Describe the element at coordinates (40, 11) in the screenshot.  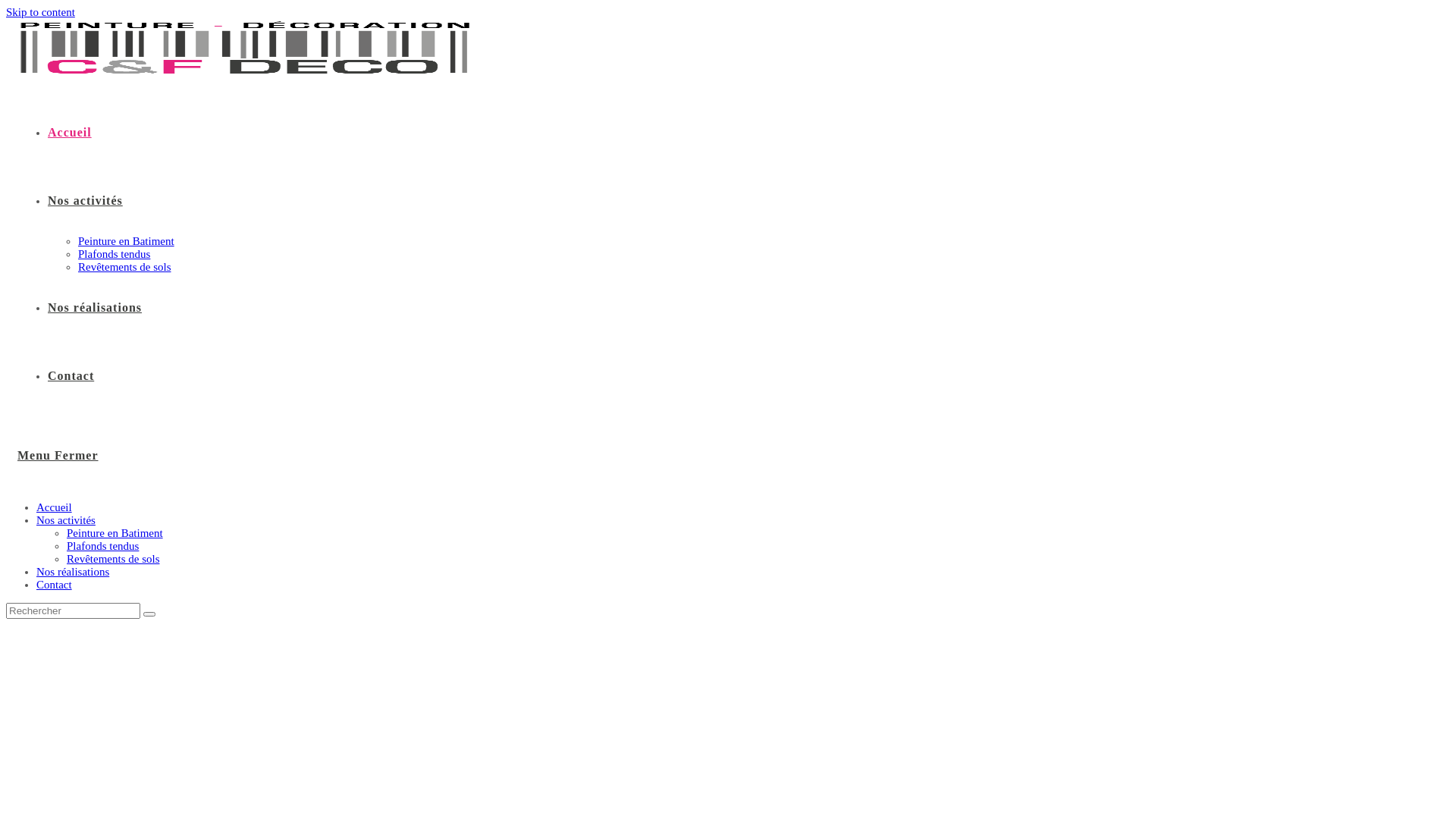
I see `'Skip to content'` at that location.